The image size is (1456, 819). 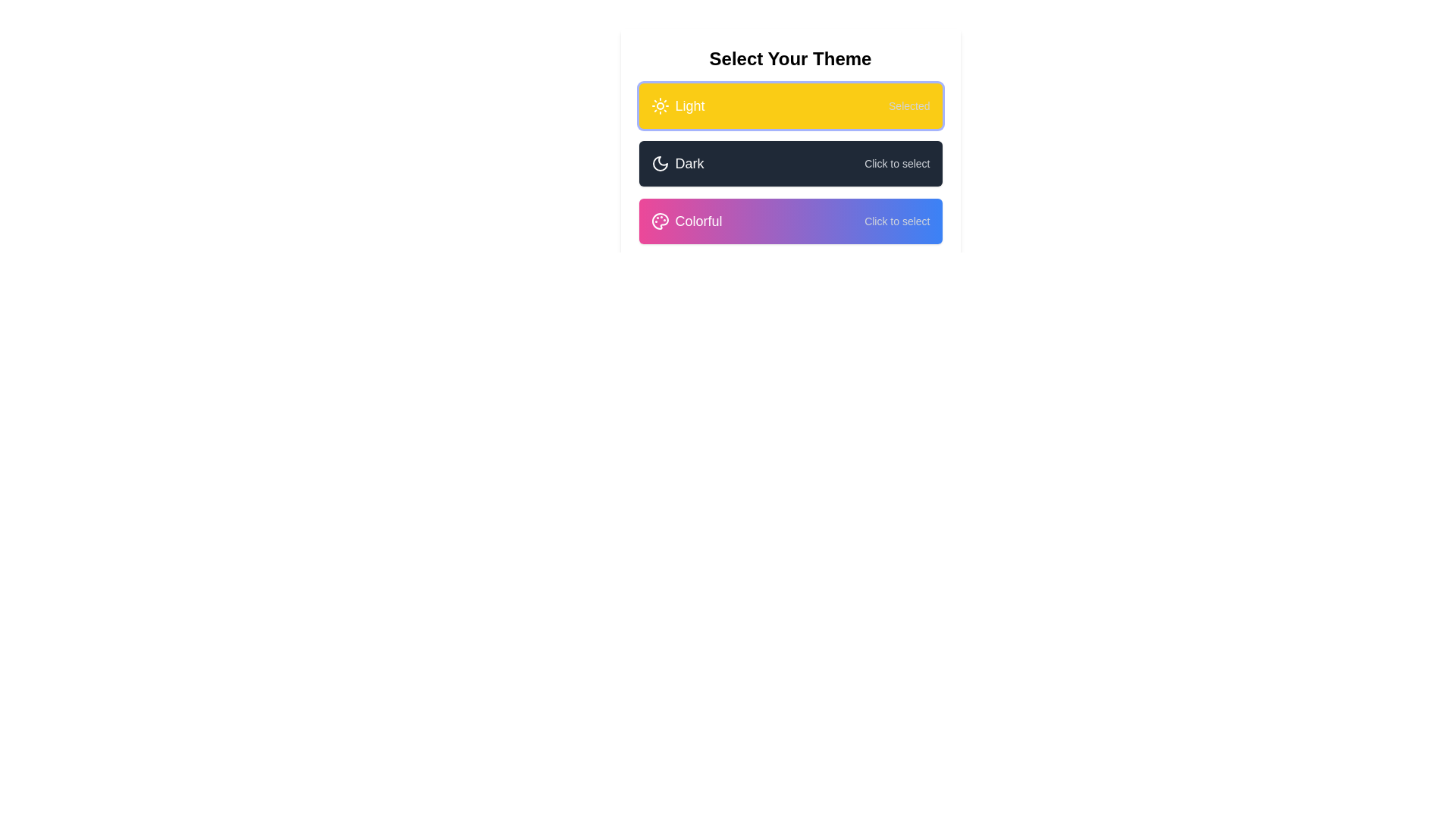 What do you see at coordinates (789, 164) in the screenshot?
I see `the theme Dark to view its hover effect` at bounding box center [789, 164].